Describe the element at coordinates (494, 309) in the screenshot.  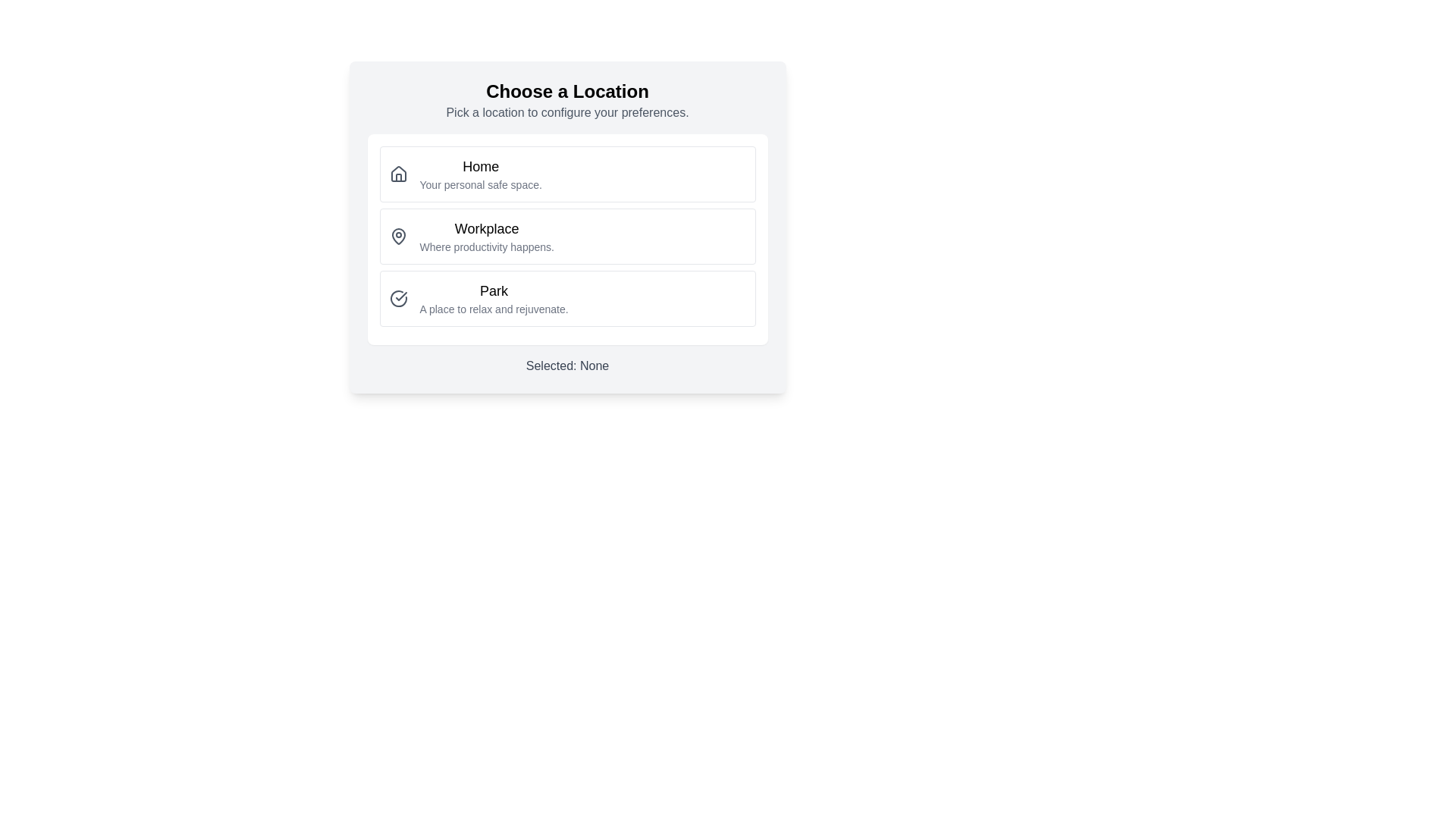
I see `additional descriptive information provided by the text located directly below the title 'Park' in the third option group of the card-like selection interface` at that location.